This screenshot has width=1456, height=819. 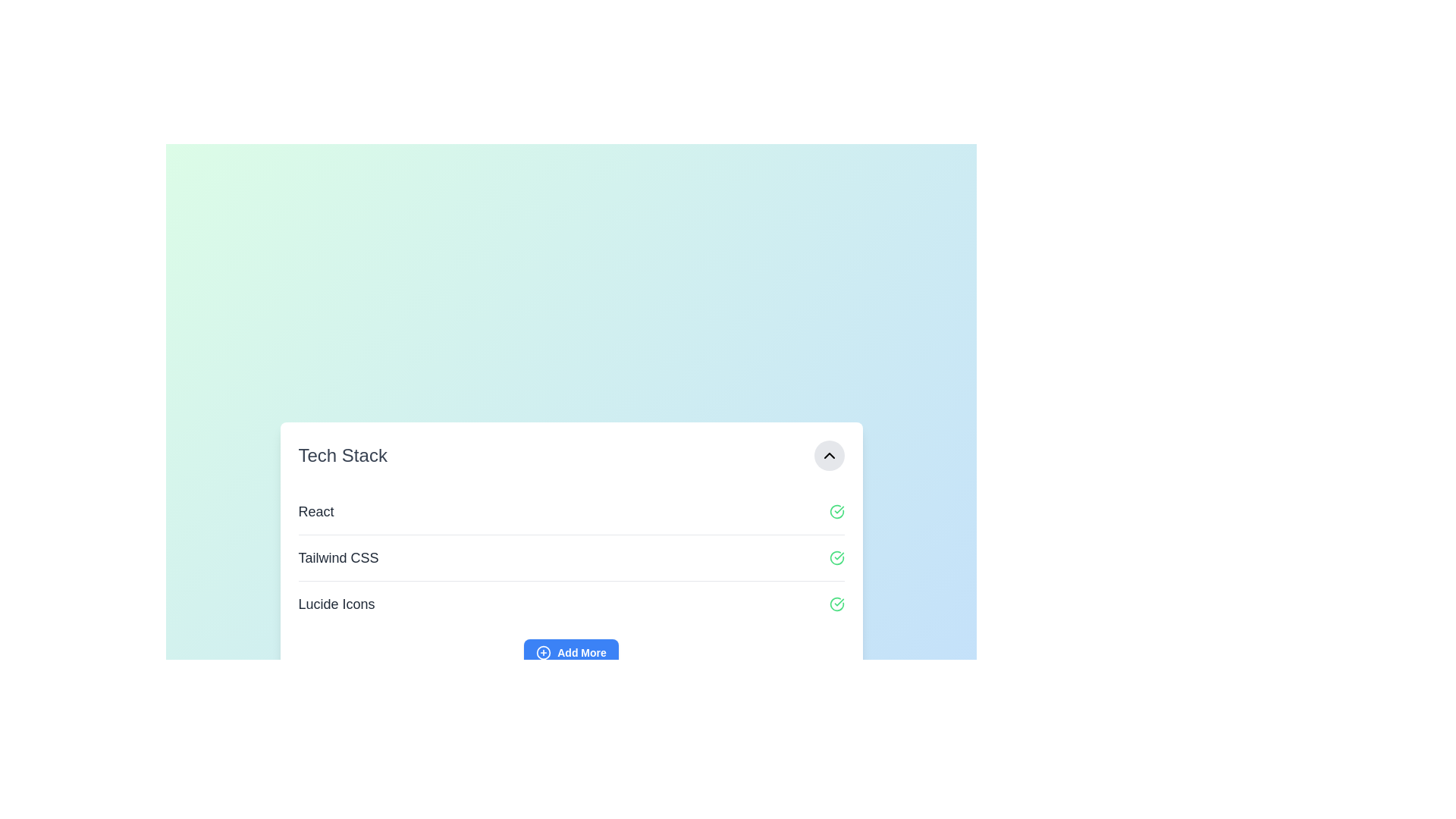 What do you see at coordinates (315, 512) in the screenshot?
I see `the textual label displaying 'React'` at bounding box center [315, 512].